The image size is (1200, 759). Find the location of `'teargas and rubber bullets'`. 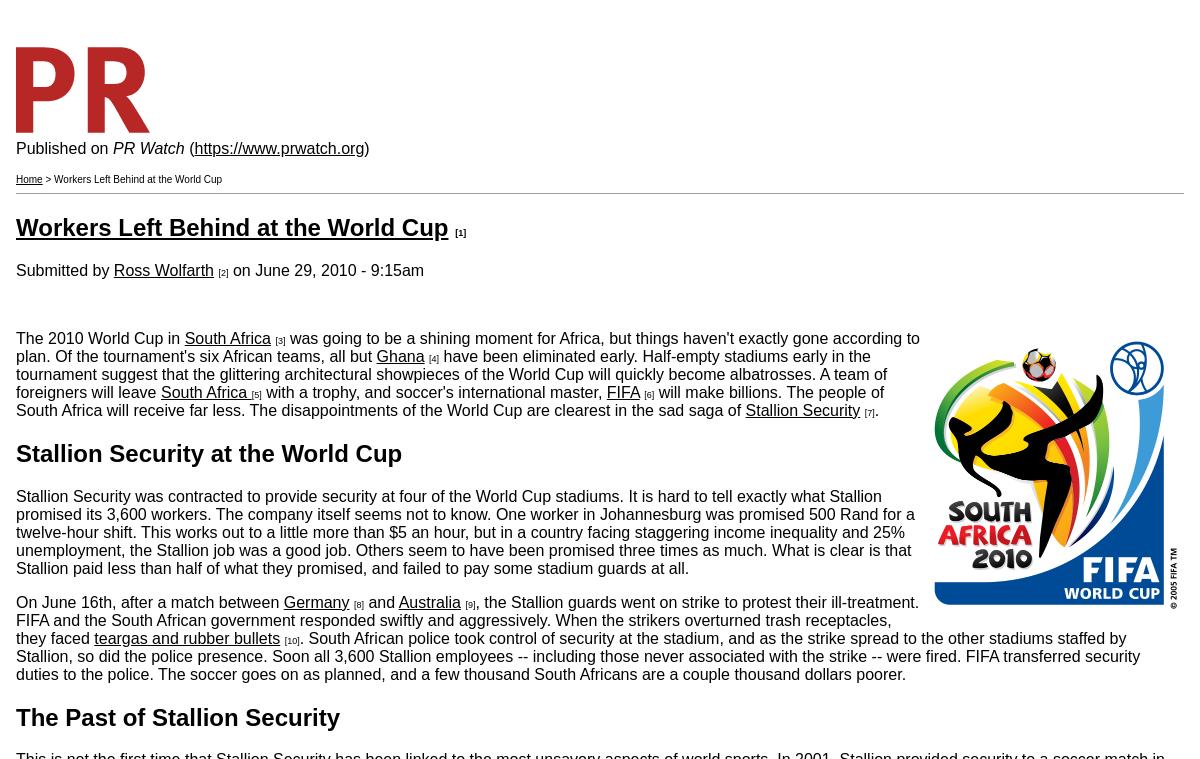

'teargas and rubber bullets' is located at coordinates (185, 637).